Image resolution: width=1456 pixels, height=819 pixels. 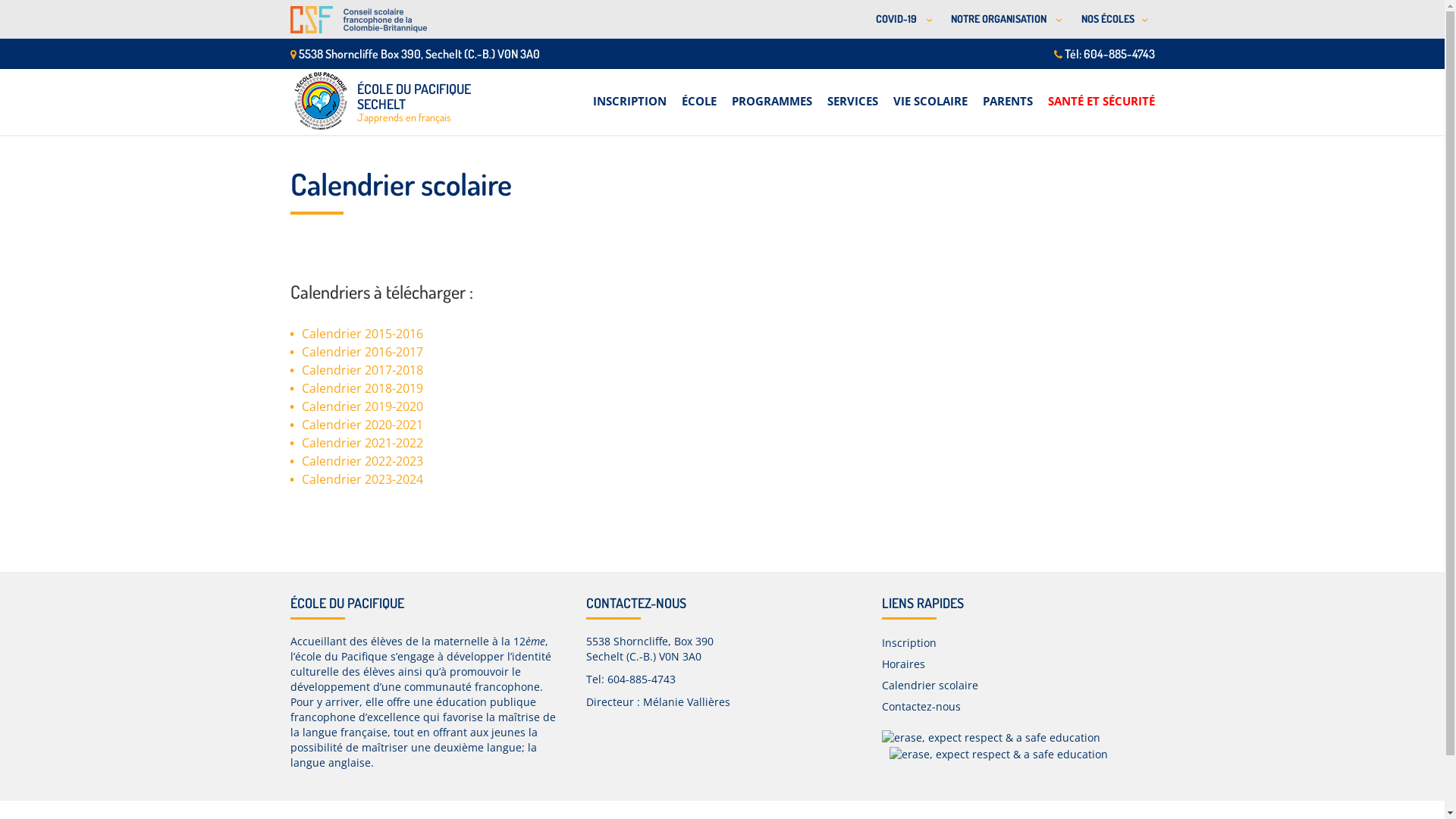 What do you see at coordinates (880, 706) in the screenshot?
I see `'Contactez-nous'` at bounding box center [880, 706].